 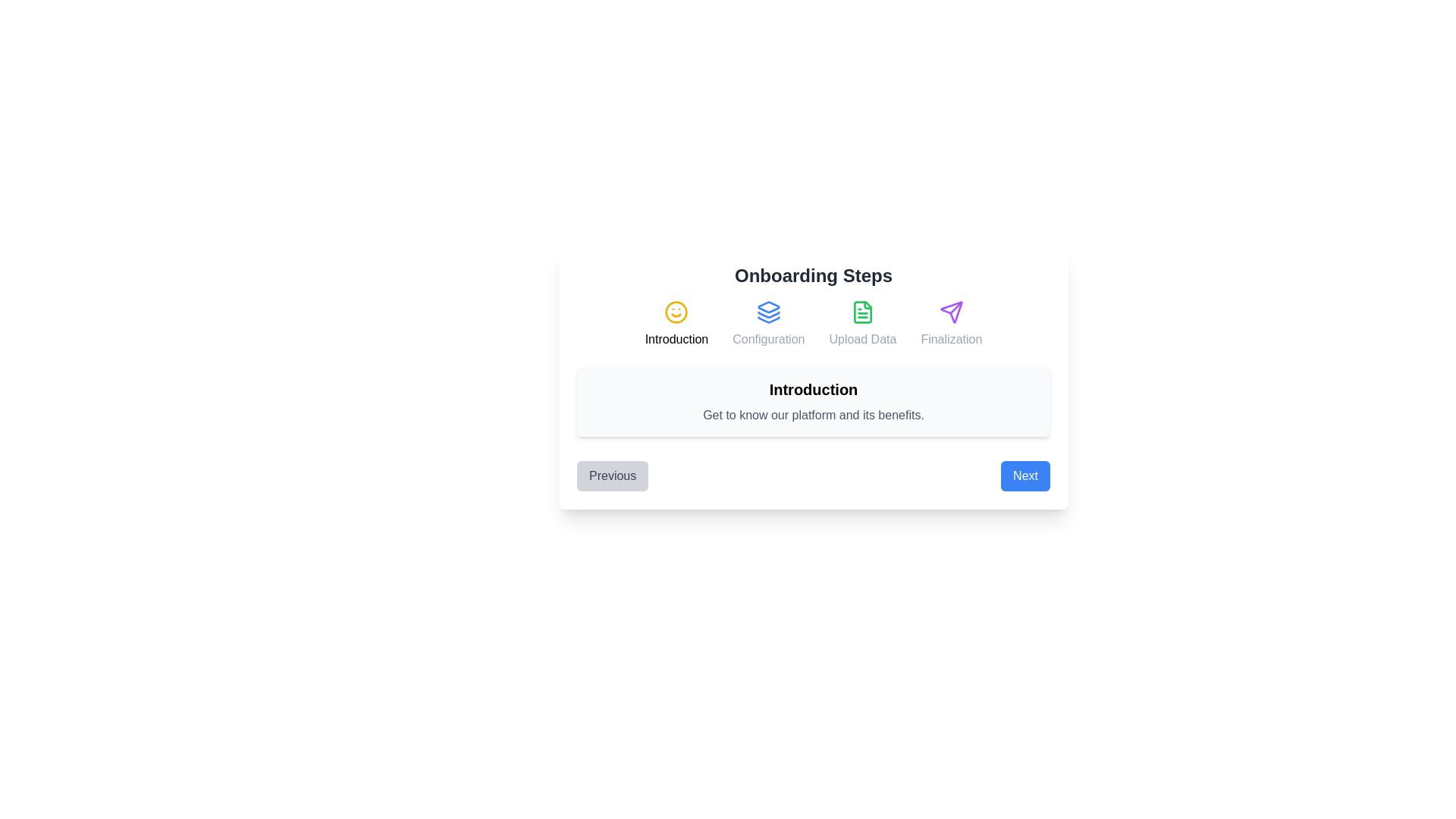 I want to click on the 'Upload Data' icon in the onboarding steps, which is the third item in the list positioned under the header 'Onboarding Steps', so click(x=862, y=324).